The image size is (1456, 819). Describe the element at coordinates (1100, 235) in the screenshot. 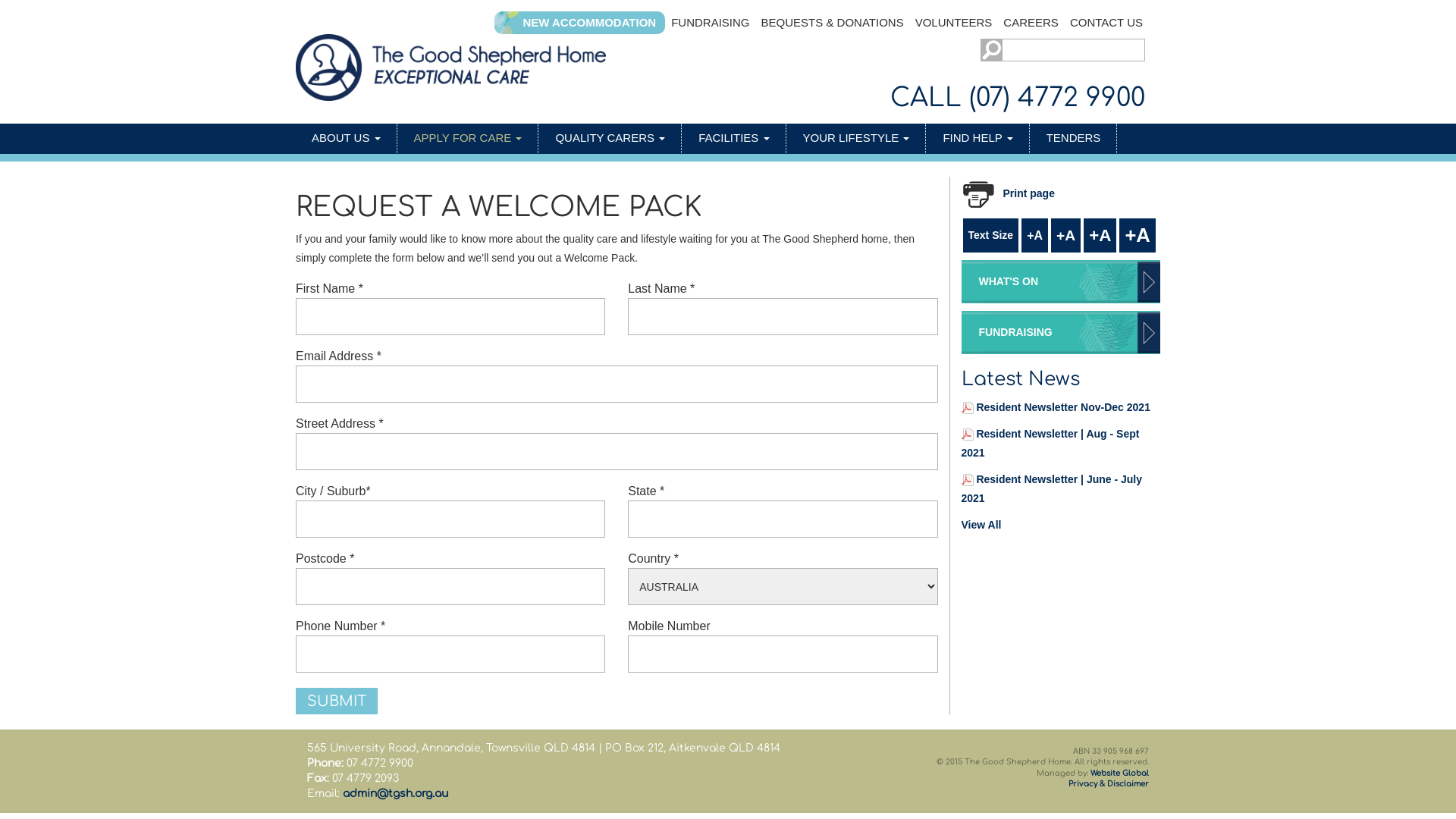

I see `'+A'` at that location.